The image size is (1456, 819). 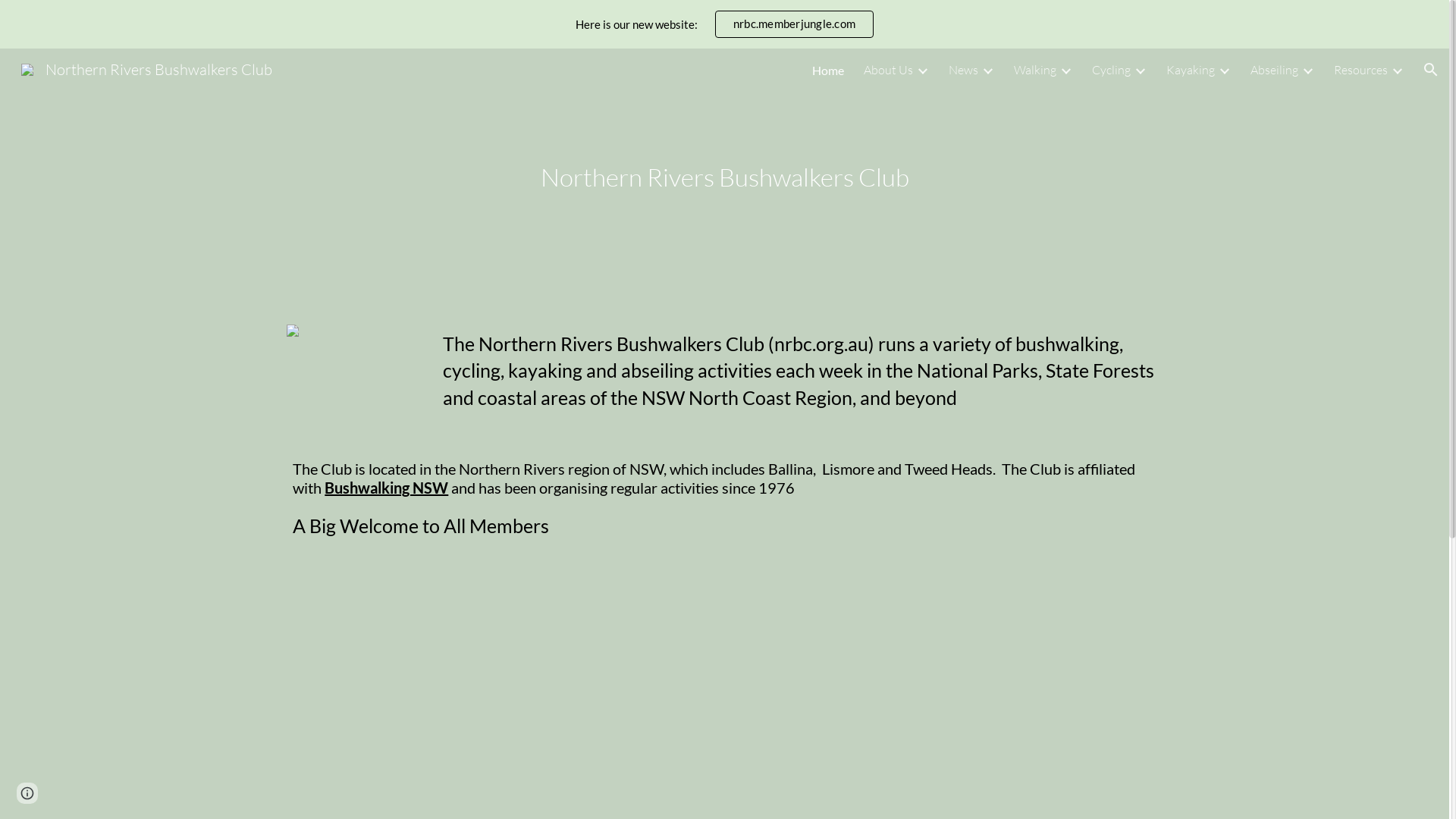 What do you see at coordinates (1274, 70) in the screenshot?
I see `'Abseiling'` at bounding box center [1274, 70].